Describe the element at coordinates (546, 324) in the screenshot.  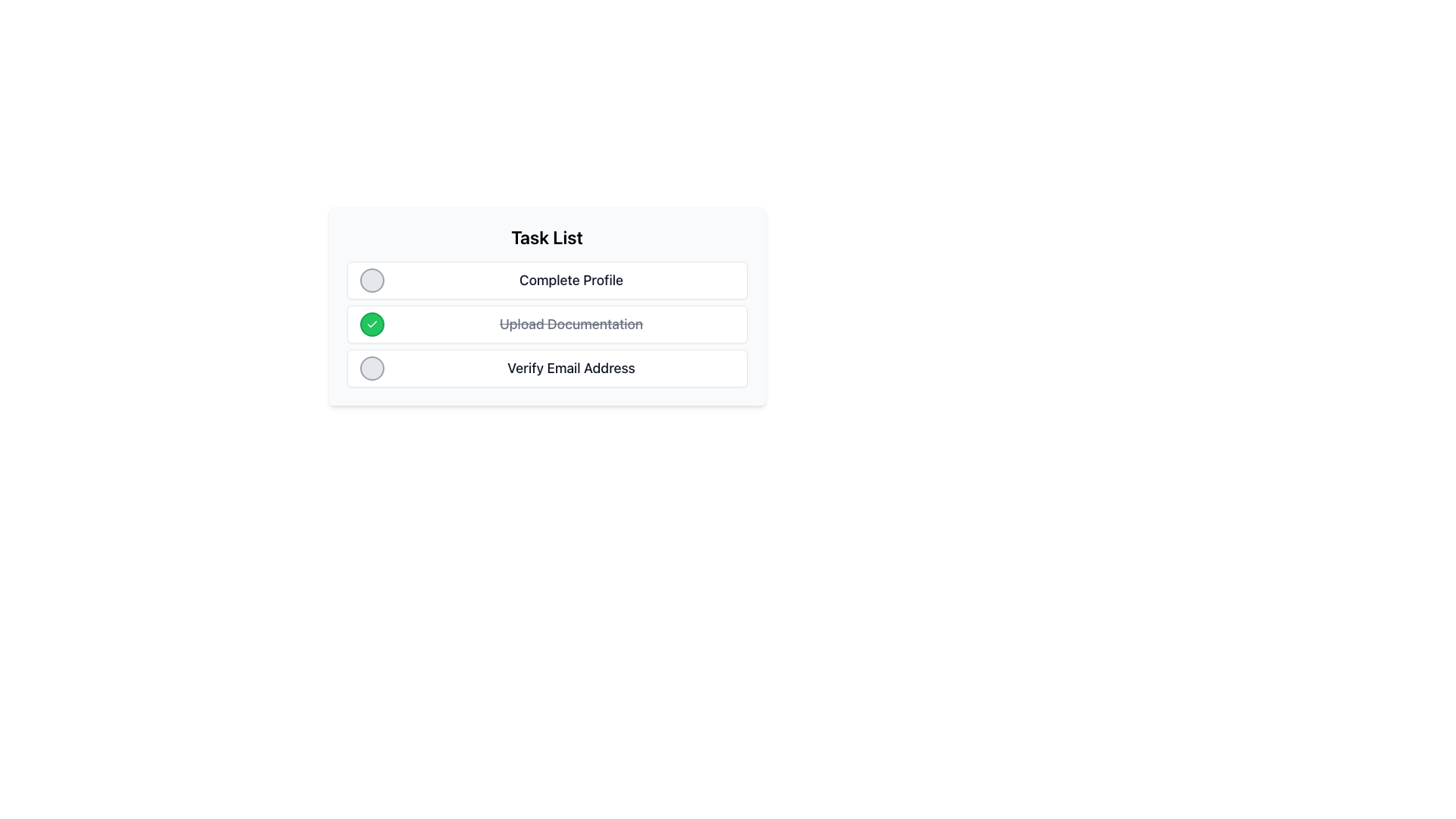
I see `the second task item in the task list, which features a green checkmark icon and the text 'Upload Documentation' with a strikethrough, indicating its completion` at that location.